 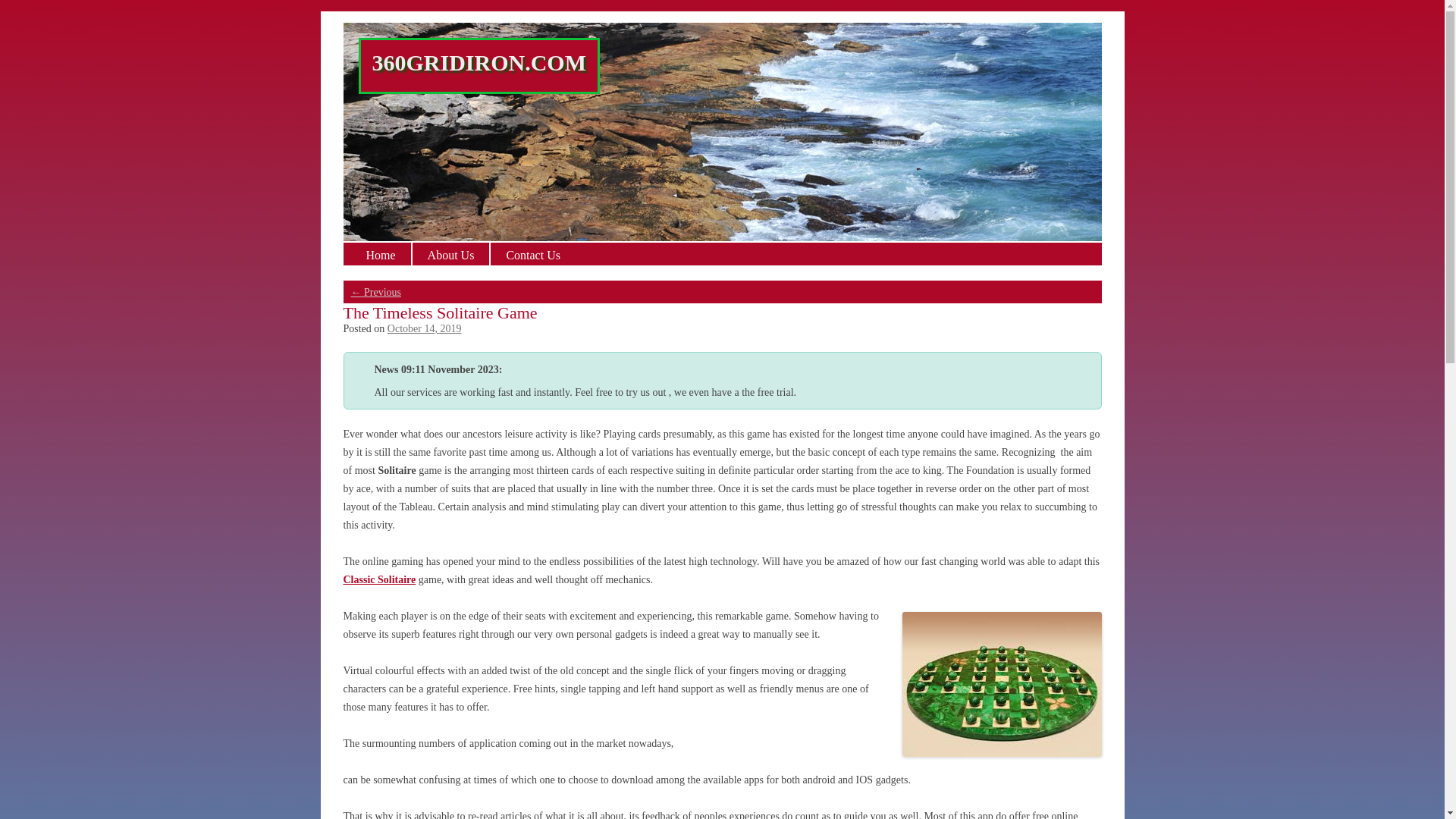 What do you see at coordinates (411, 253) in the screenshot?
I see `'About Us'` at bounding box center [411, 253].